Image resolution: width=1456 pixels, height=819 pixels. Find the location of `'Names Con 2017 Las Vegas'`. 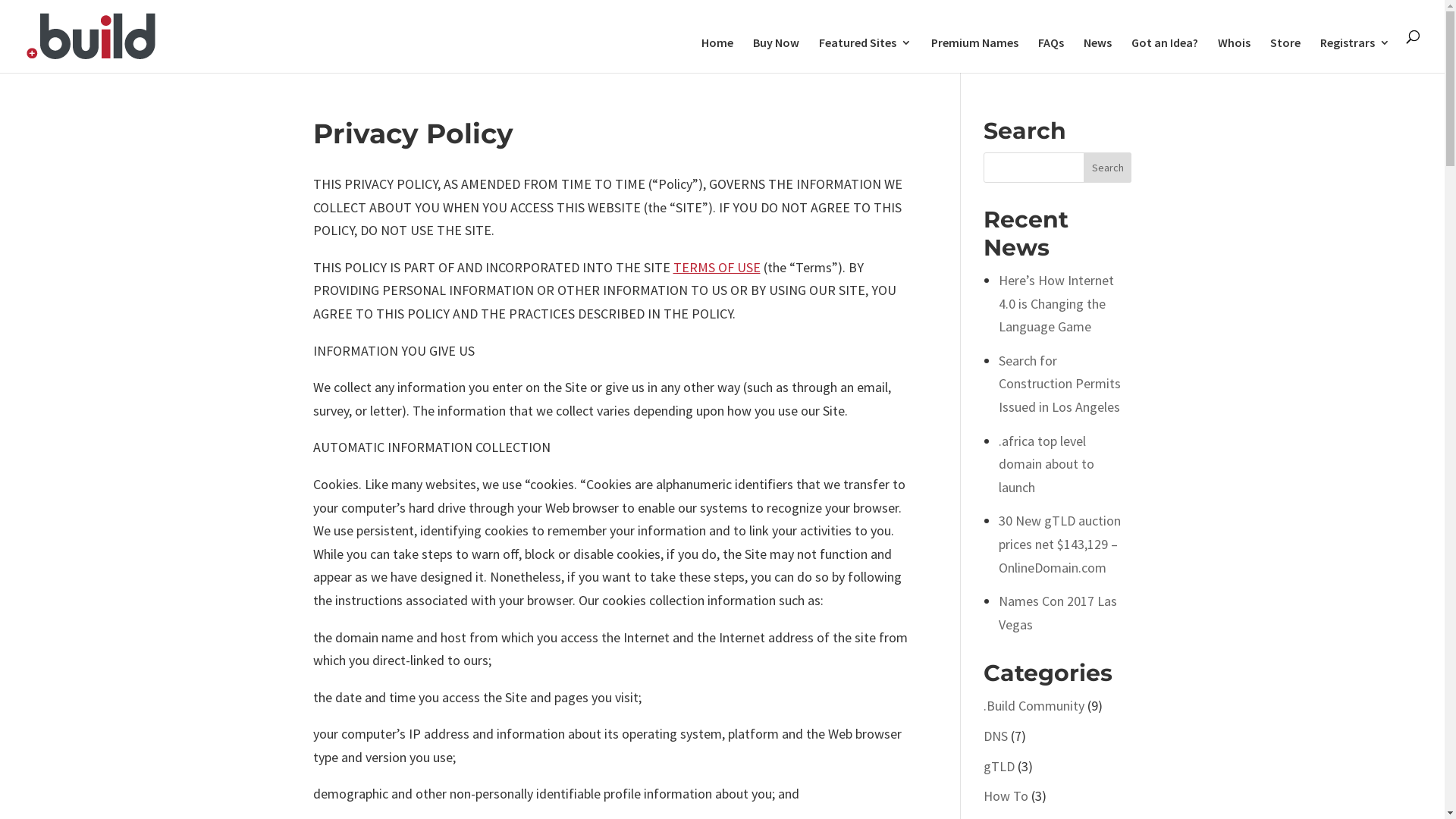

'Names Con 2017 Las Vegas' is located at coordinates (1057, 611).